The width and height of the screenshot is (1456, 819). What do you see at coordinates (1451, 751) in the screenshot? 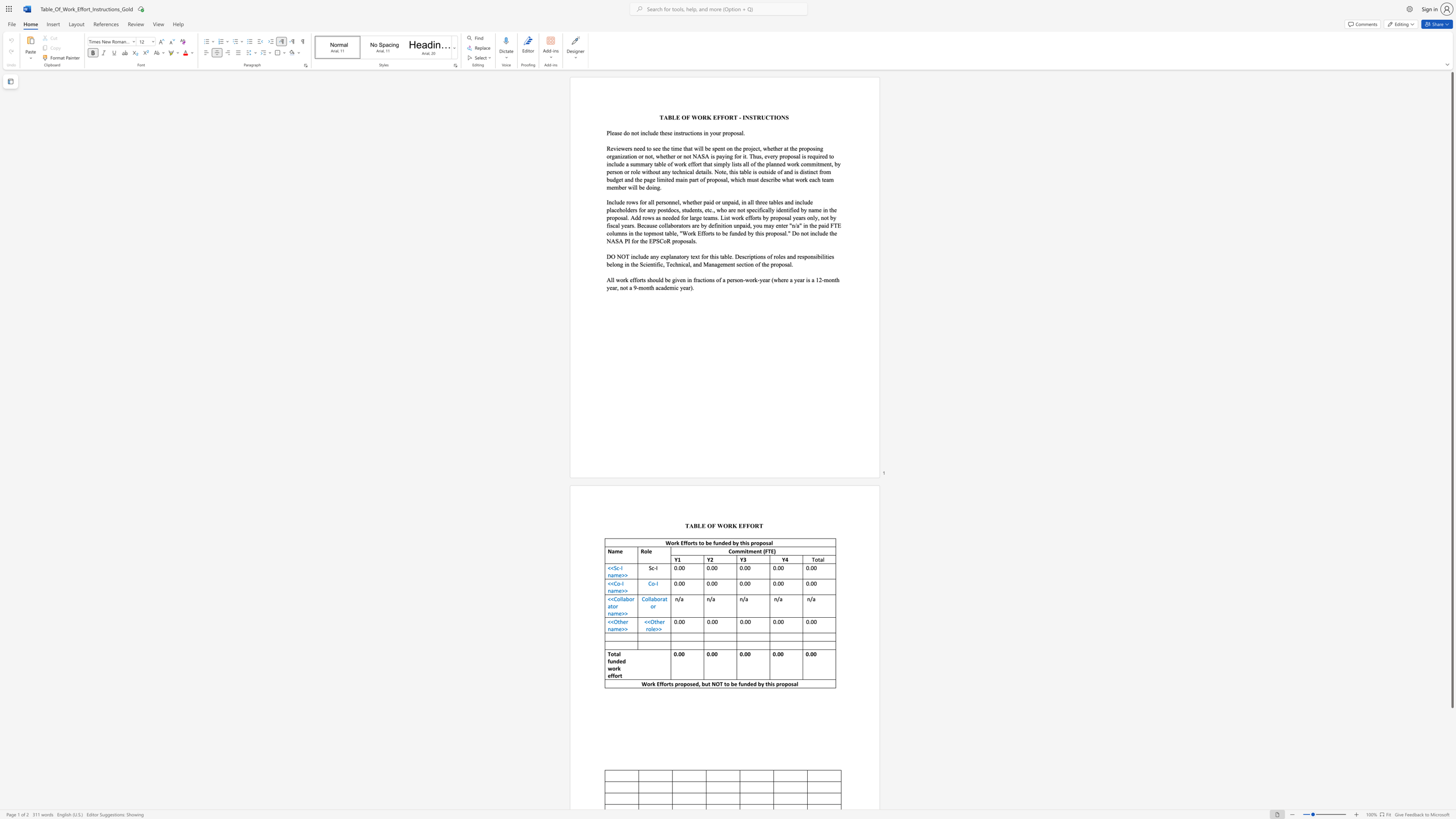
I see `the right-hand scrollbar to descend the page` at bounding box center [1451, 751].